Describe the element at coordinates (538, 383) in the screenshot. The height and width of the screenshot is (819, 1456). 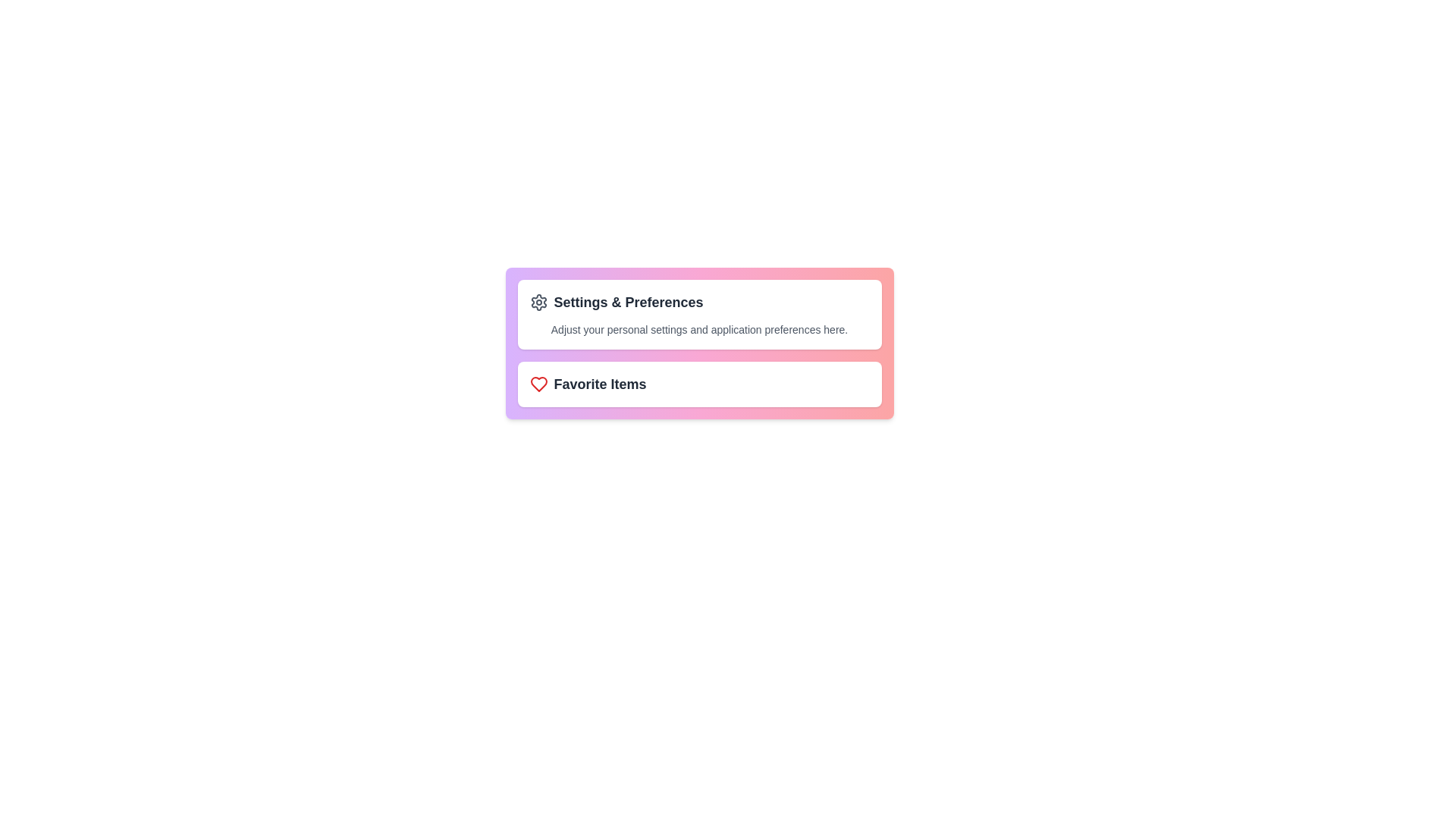
I see `the heart icon in the 'Favorite Items' section, which is located to the left of the text label and visually emphasizes the concept of 'favorites'` at that location.